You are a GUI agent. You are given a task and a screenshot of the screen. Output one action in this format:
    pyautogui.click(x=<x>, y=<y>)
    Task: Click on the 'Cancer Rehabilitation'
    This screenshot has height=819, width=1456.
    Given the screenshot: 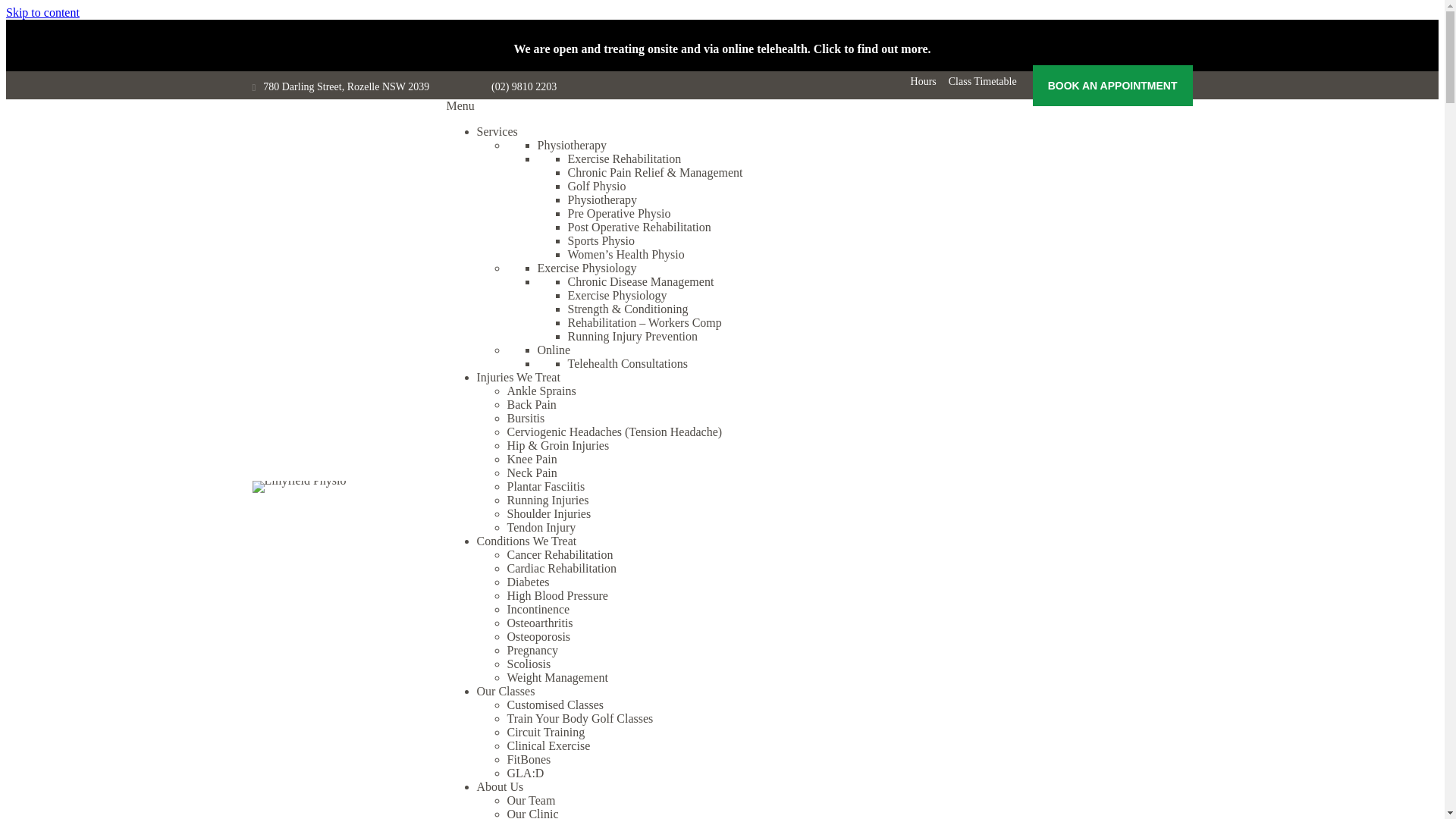 What is the action you would take?
    pyautogui.click(x=559, y=554)
    